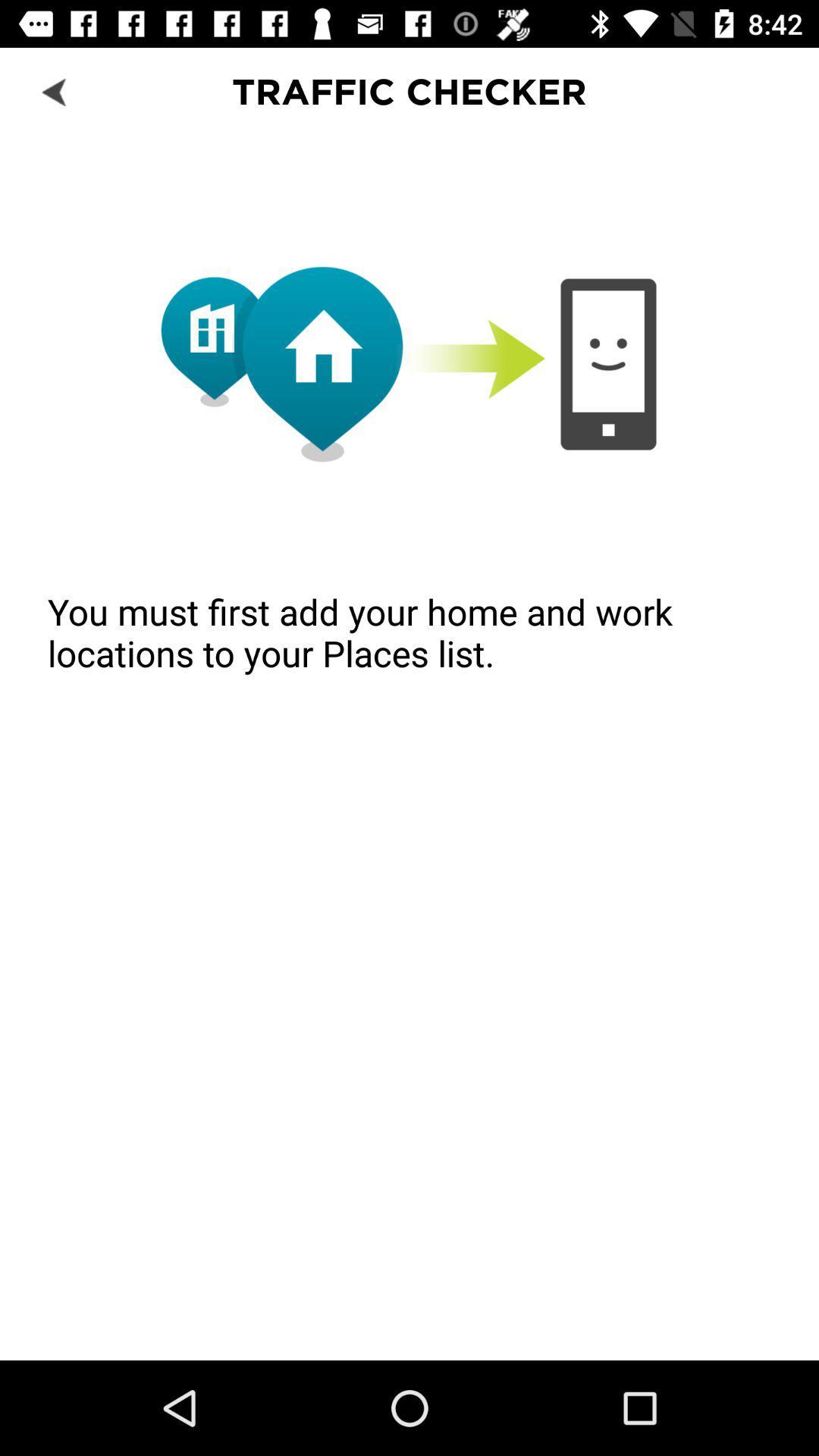 The width and height of the screenshot is (819, 1456). I want to click on go back, so click(55, 90).